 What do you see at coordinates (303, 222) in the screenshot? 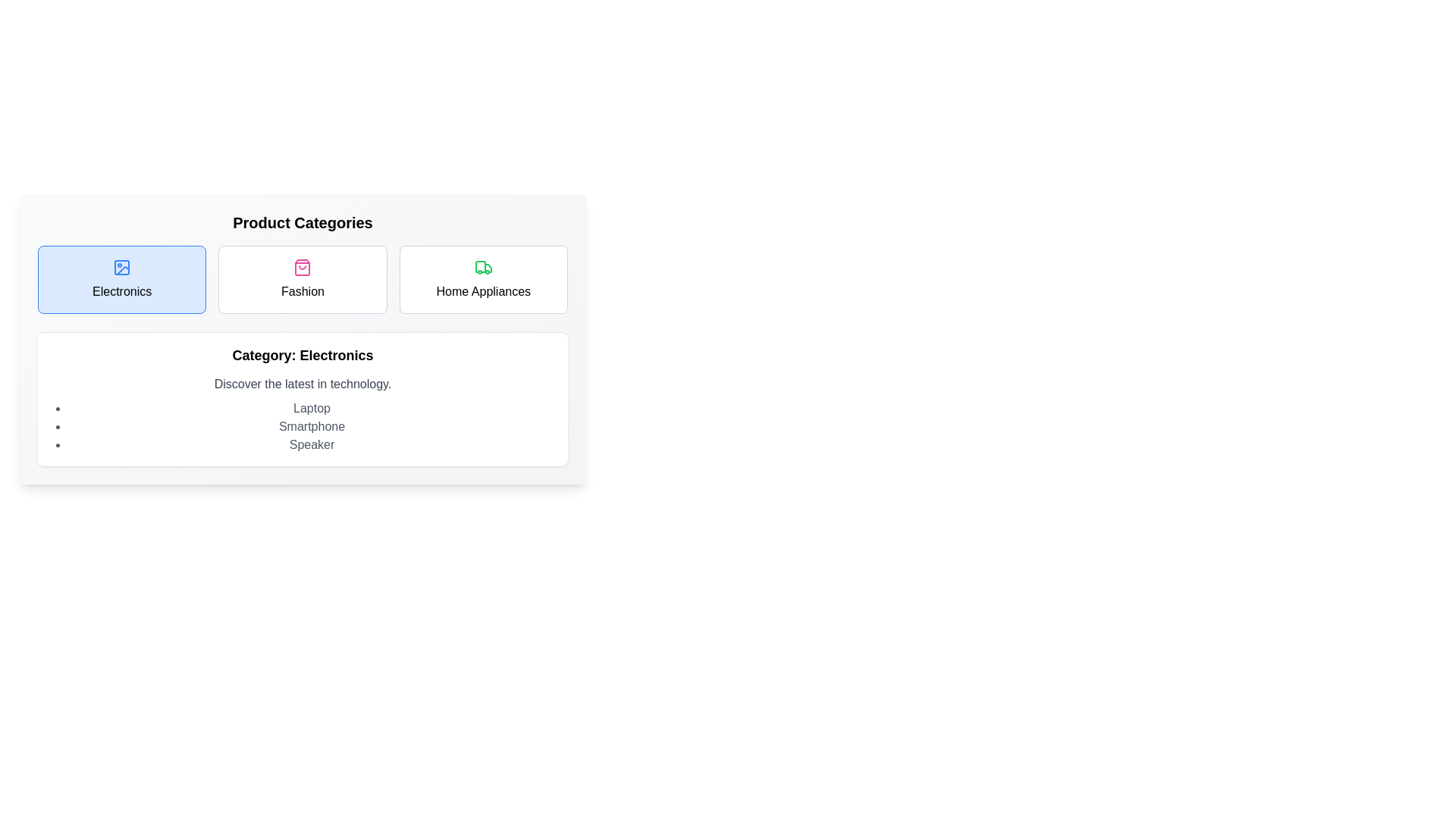
I see `the 'Product Categories' text label, which is displayed in bold and large font at the top of its card-like structure` at bounding box center [303, 222].